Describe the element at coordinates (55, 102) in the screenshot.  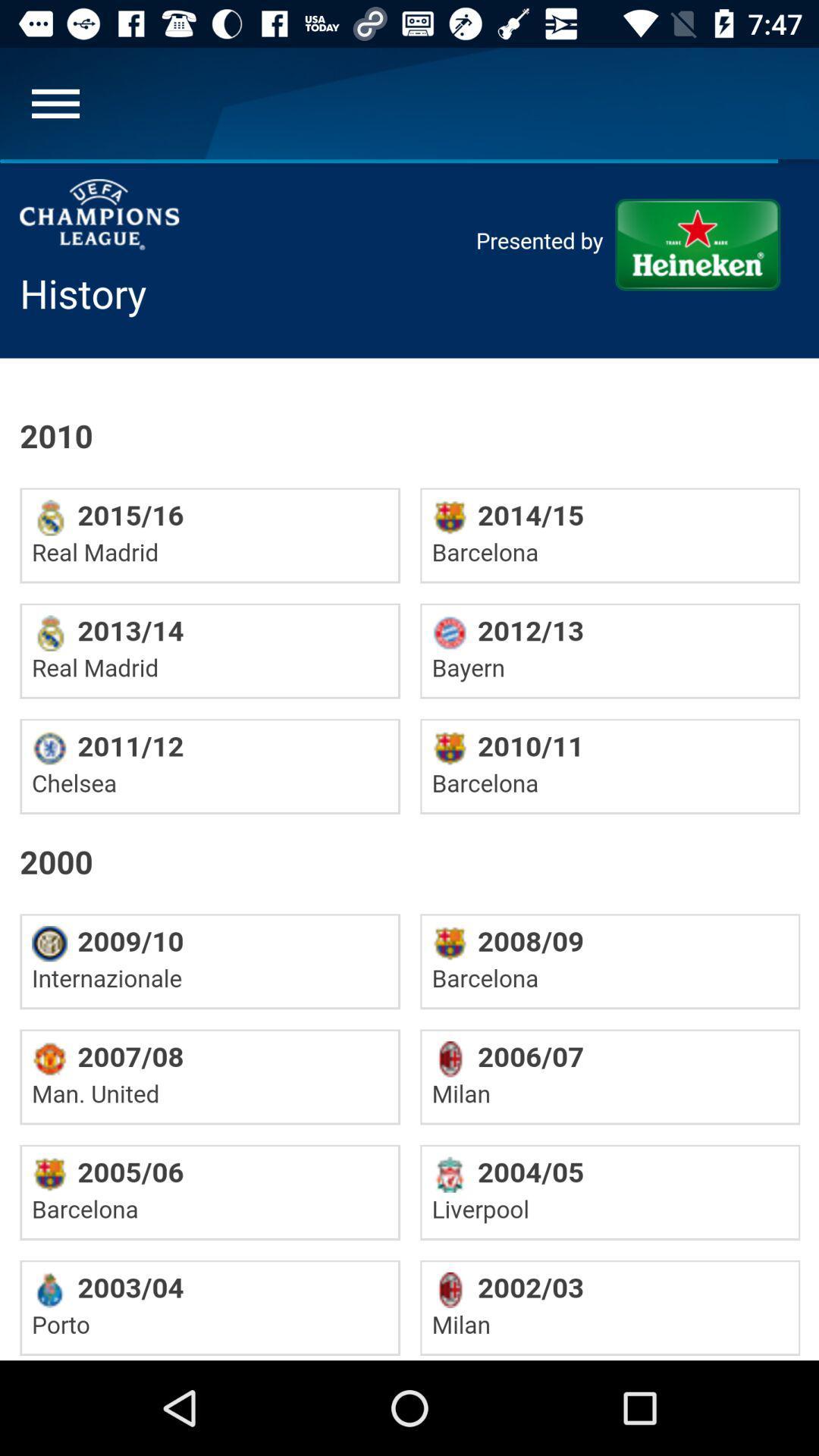
I see `menu button` at that location.